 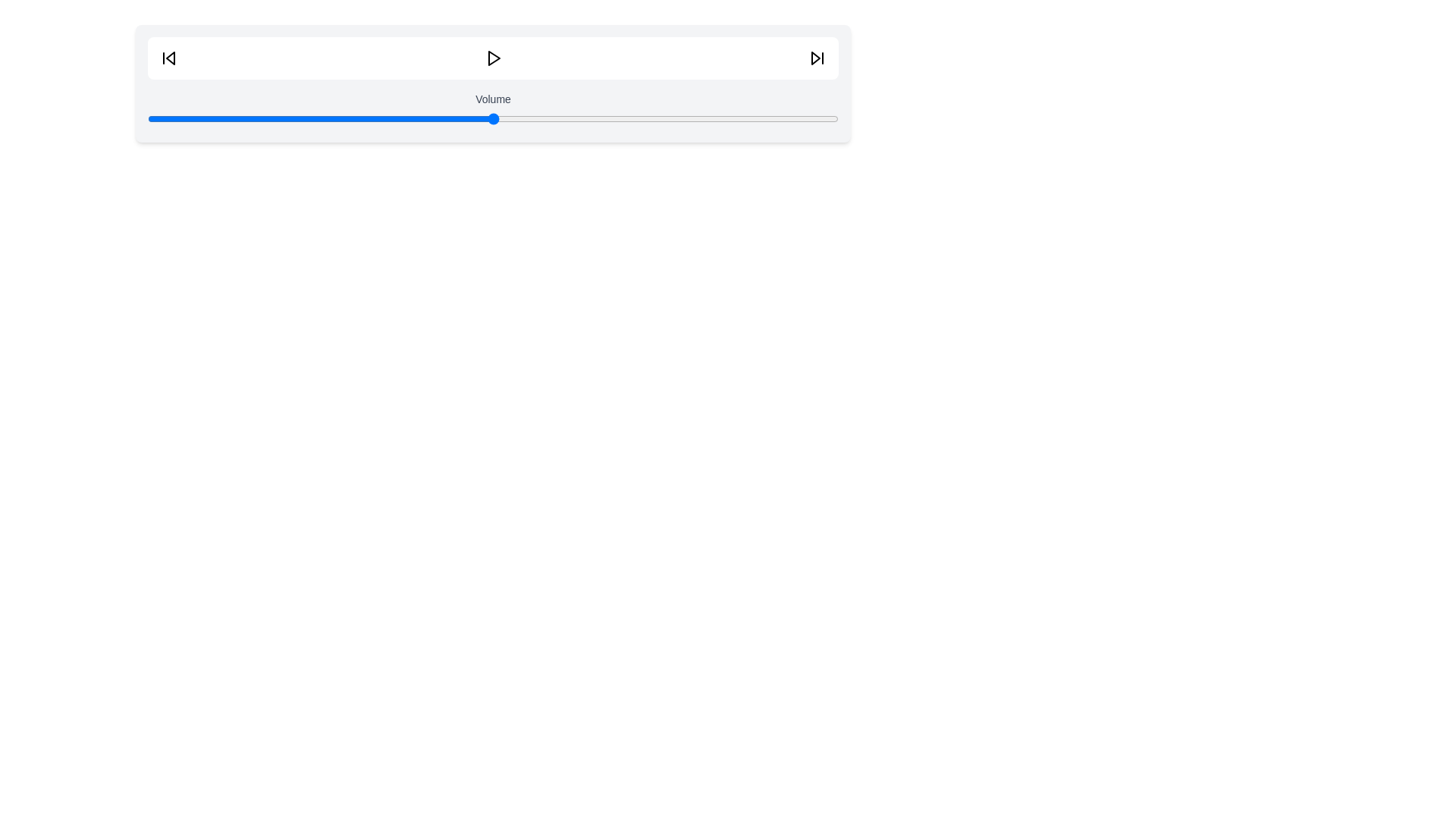 I want to click on the skip-forward button, which is represented by a right-pointing triangle and a vertical line, located at the far right of the horizontal control bar, so click(x=817, y=58).